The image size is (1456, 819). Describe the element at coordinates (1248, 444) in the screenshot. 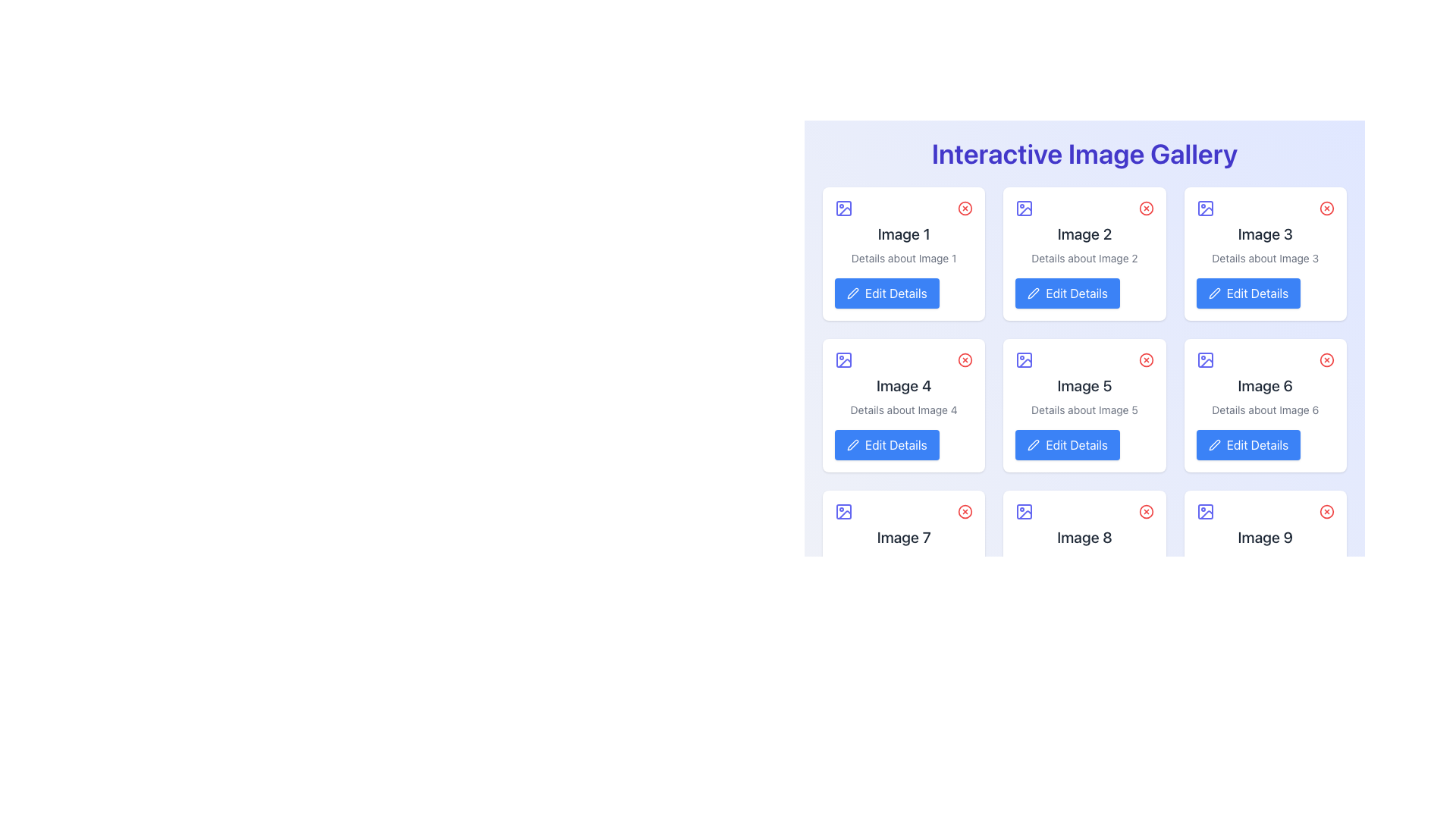

I see `the edit button for 'Image 6'` at that location.